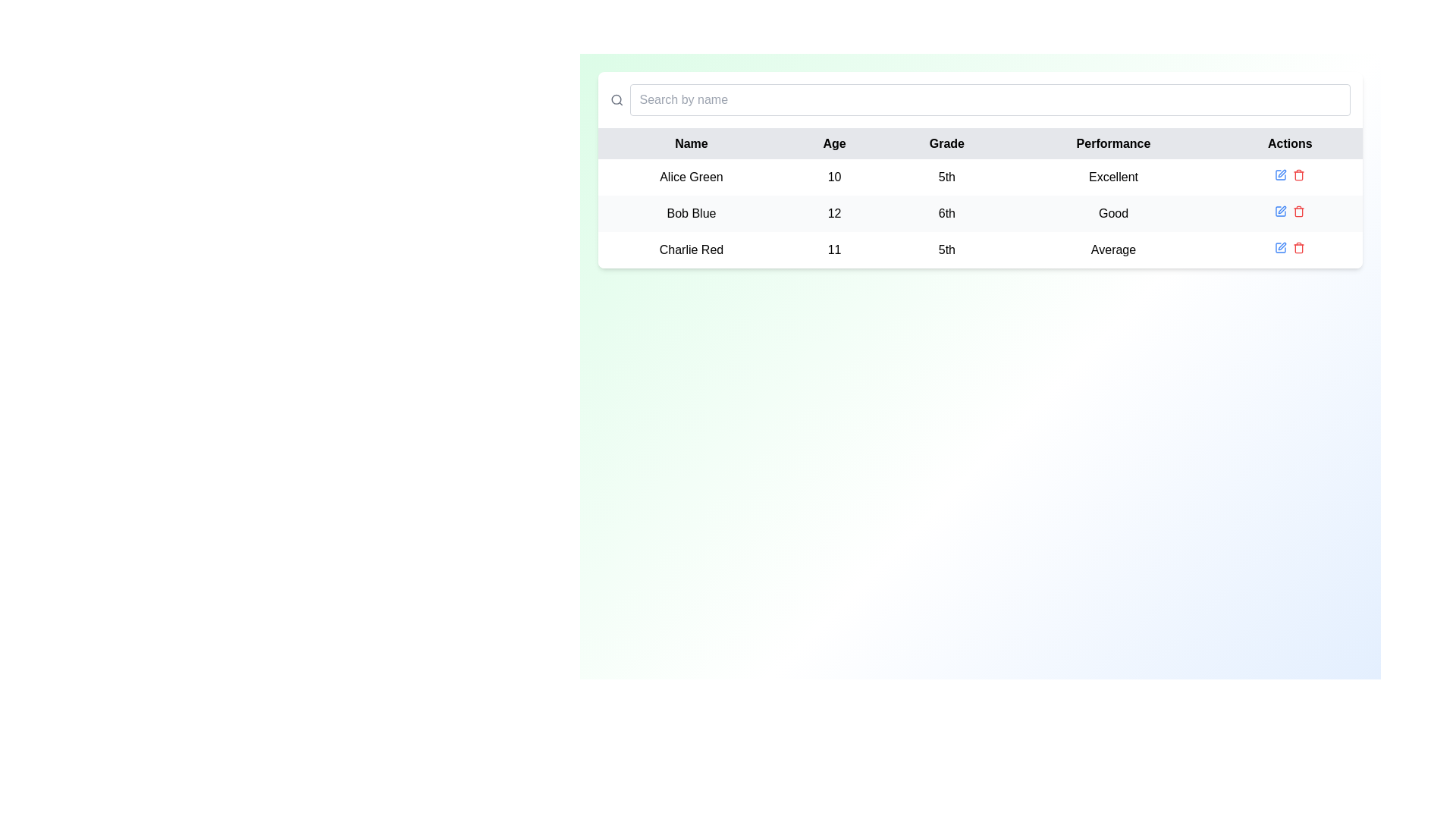  I want to click on the fifth Table Header Cell in the header row of the table, which indicates actions for each row, so click(1289, 143).